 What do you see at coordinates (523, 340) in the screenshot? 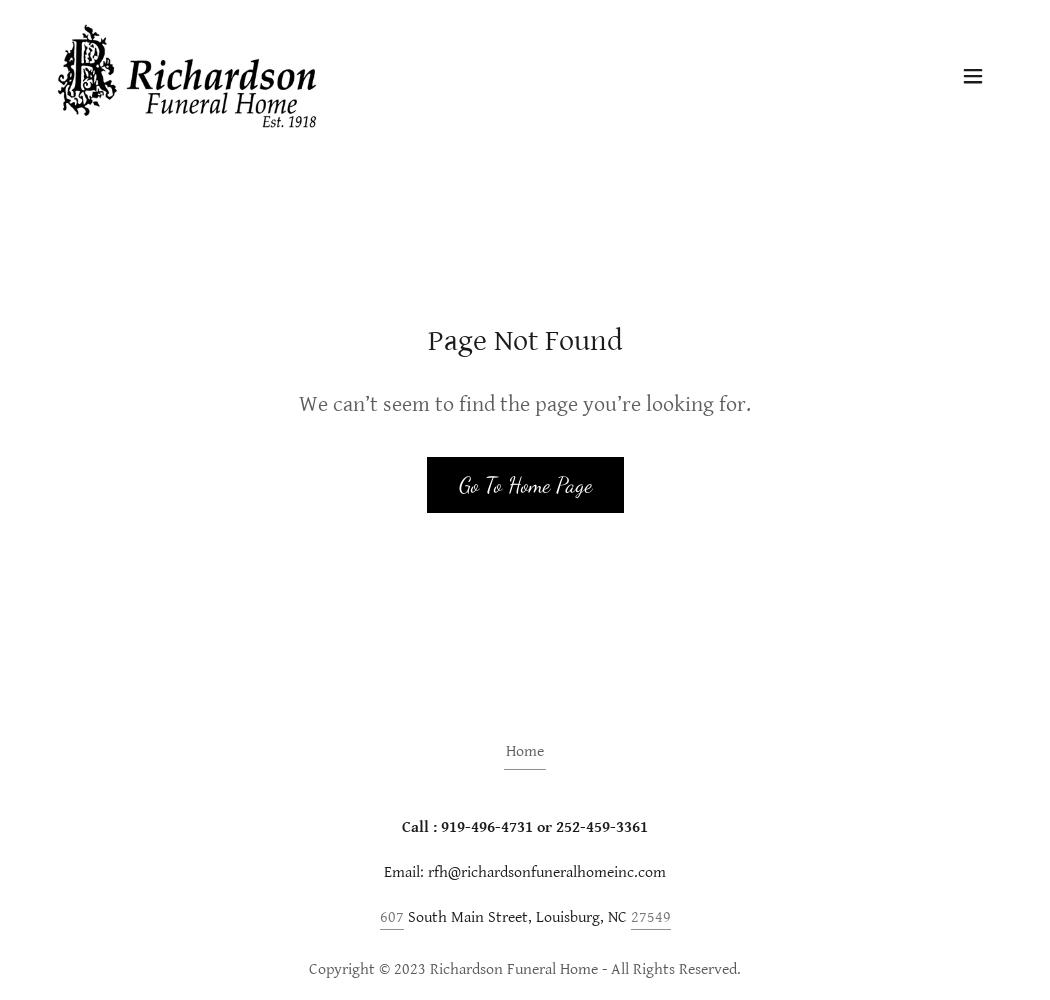
I see `'Page Not Found'` at bounding box center [523, 340].